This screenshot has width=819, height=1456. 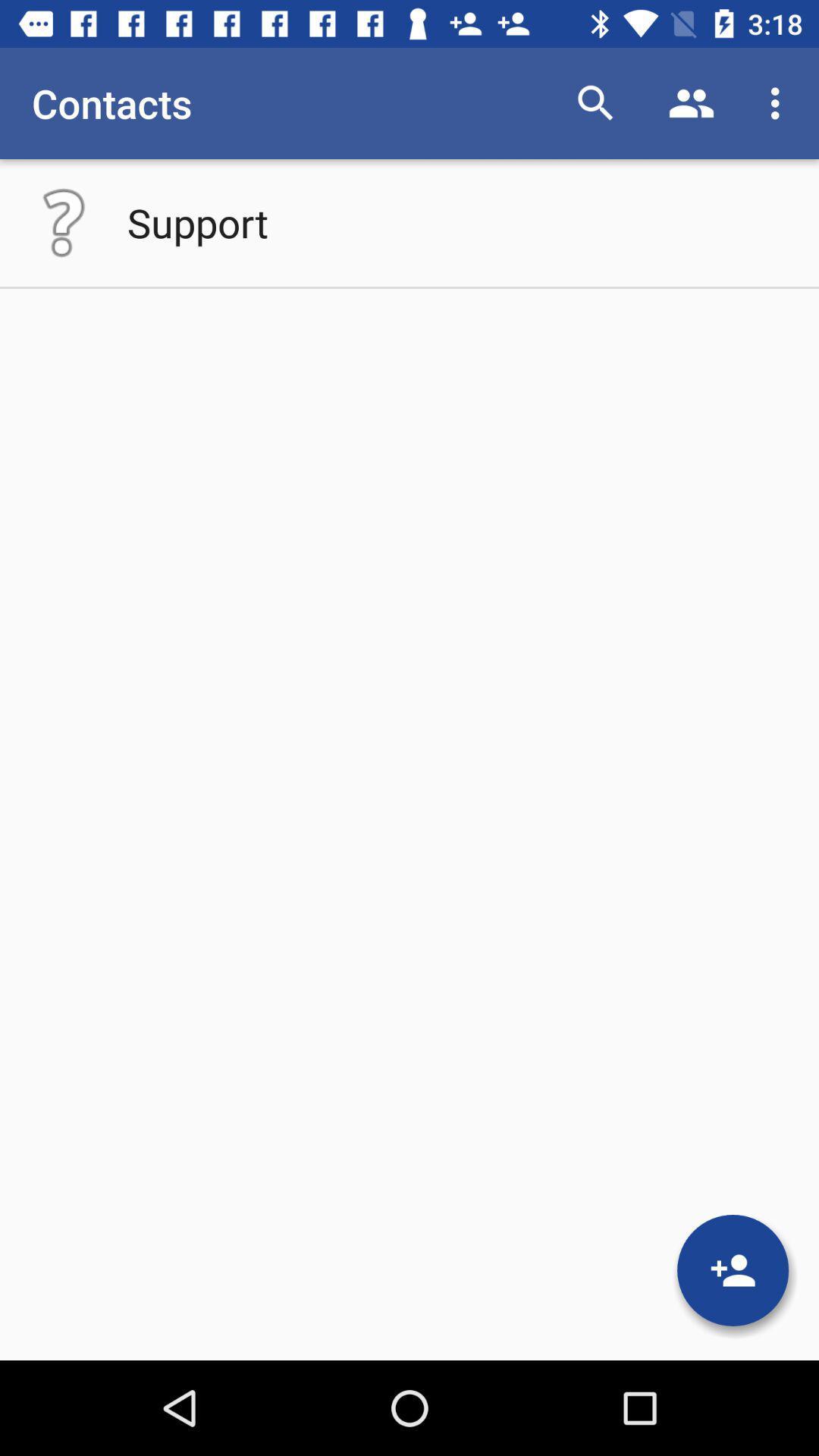 I want to click on contact support, so click(x=63, y=221).